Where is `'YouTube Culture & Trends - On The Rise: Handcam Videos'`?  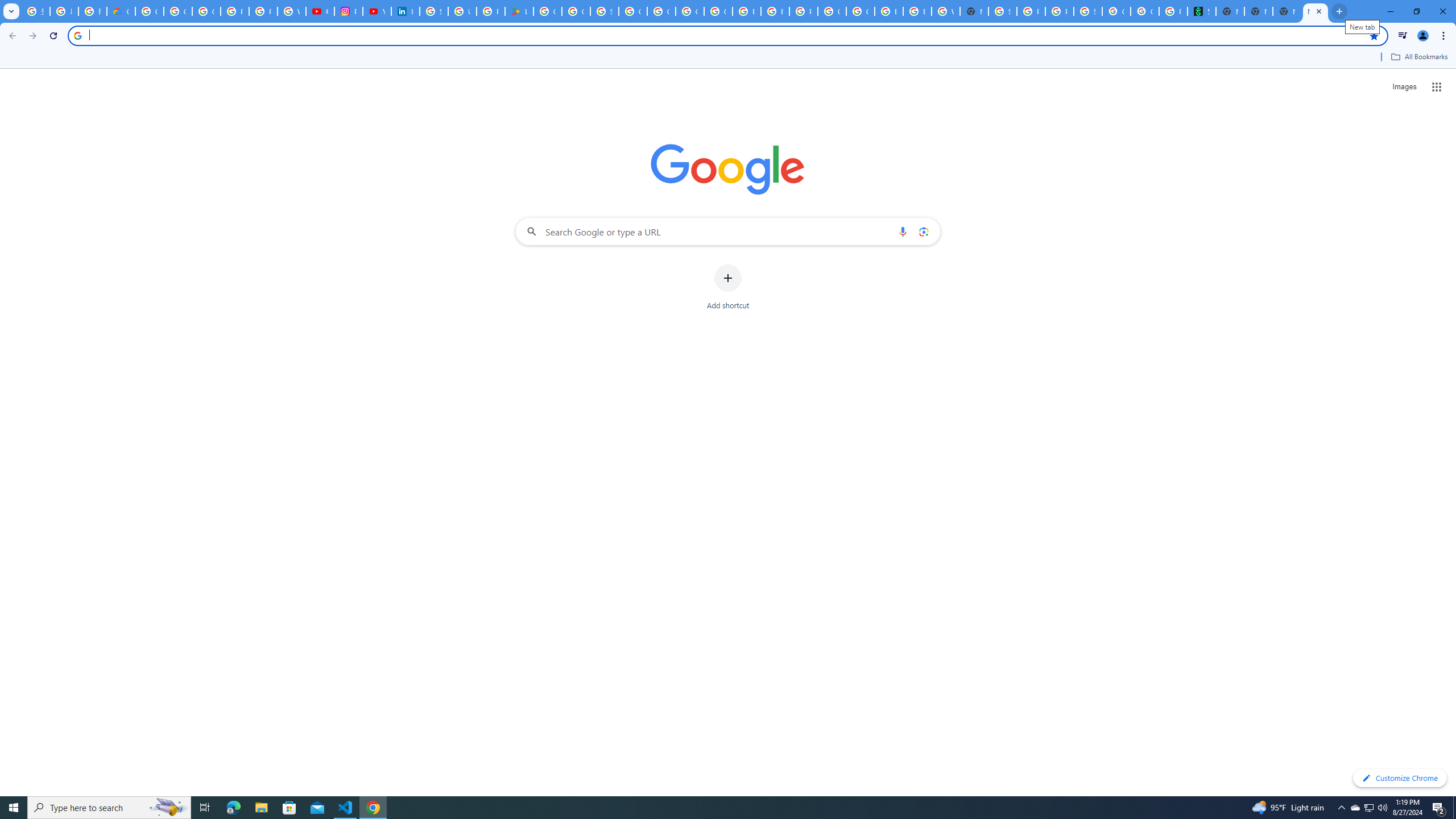 'YouTube Culture & Trends - On The Rise: Handcam Videos' is located at coordinates (377, 11).